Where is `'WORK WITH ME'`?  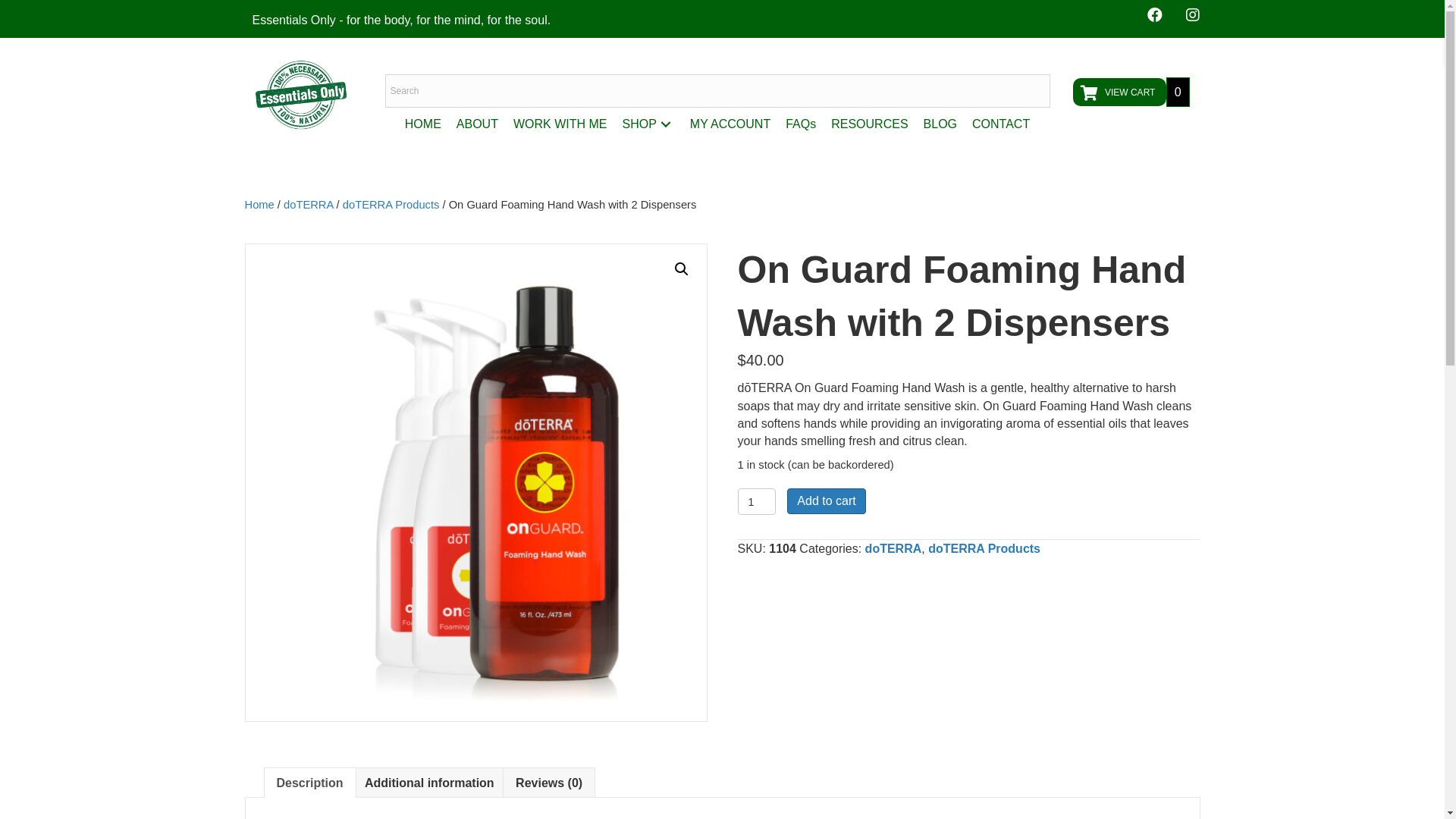 'WORK WITH ME' is located at coordinates (560, 123).